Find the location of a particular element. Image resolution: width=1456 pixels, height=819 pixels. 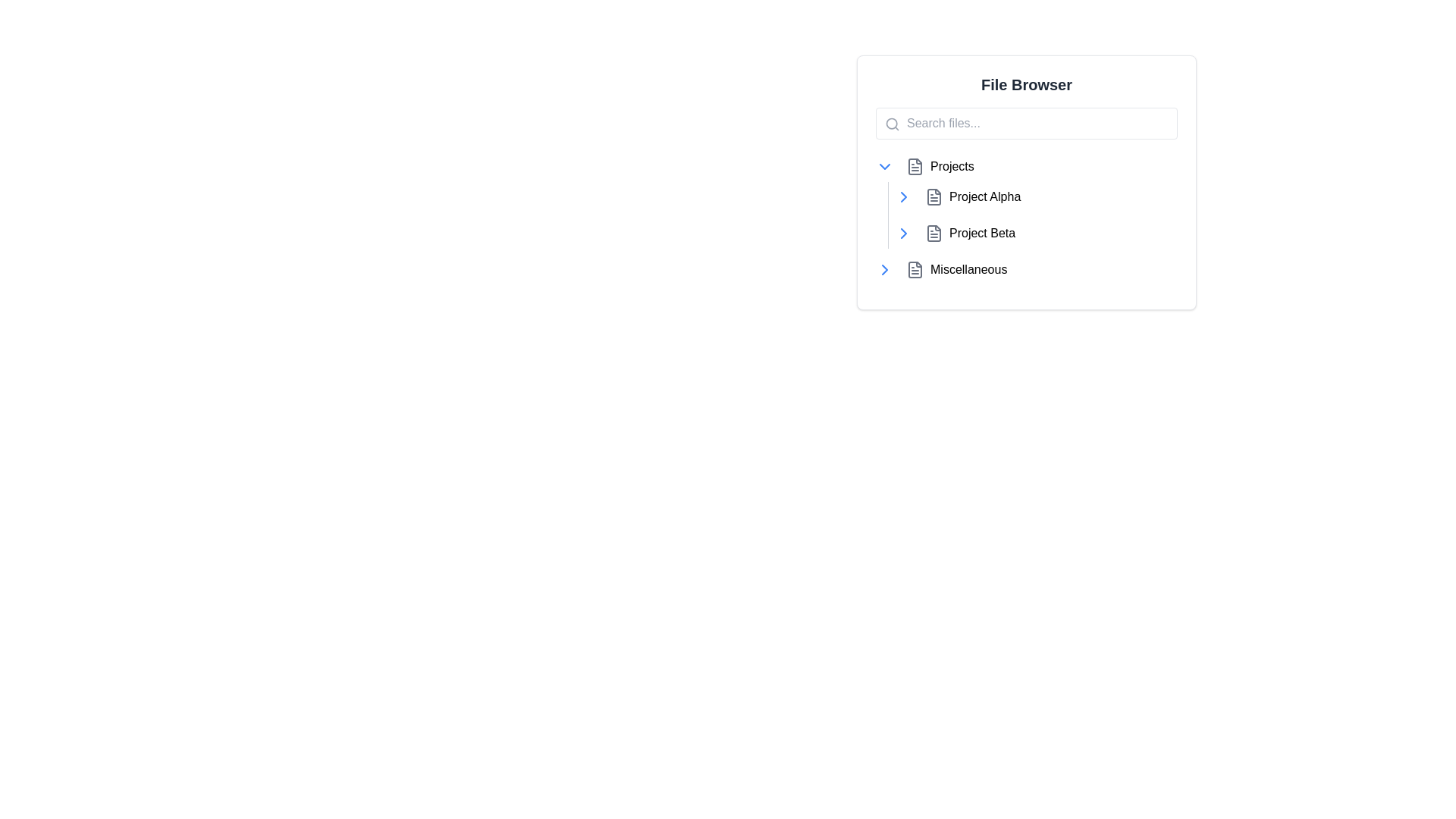

the expansion arrow of the 'Miscellaneous' folder item in the hierarchical file browser is located at coordinates (1026, 268).